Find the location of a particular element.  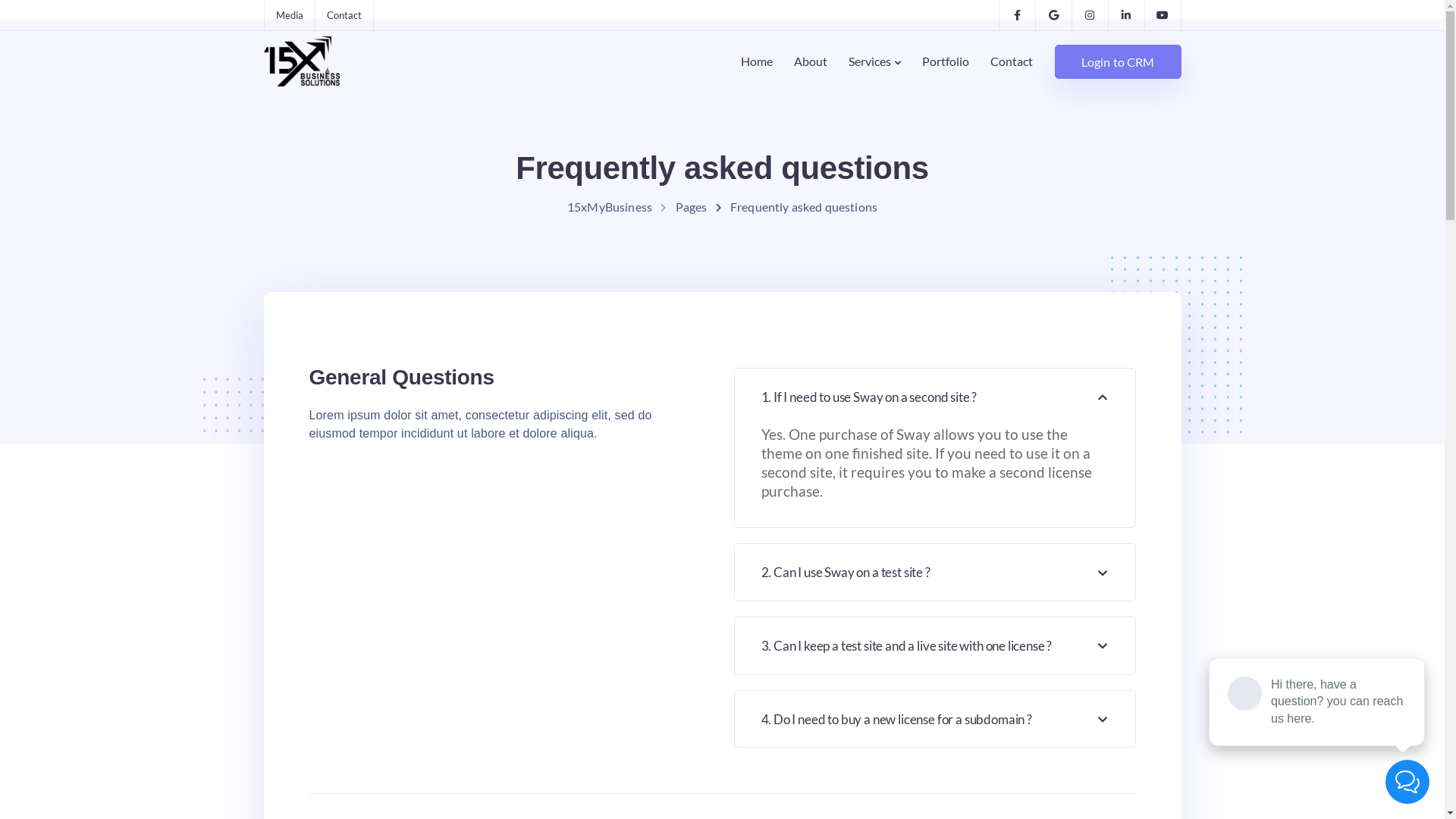

'Contact' is located at coordinates (663, 562).